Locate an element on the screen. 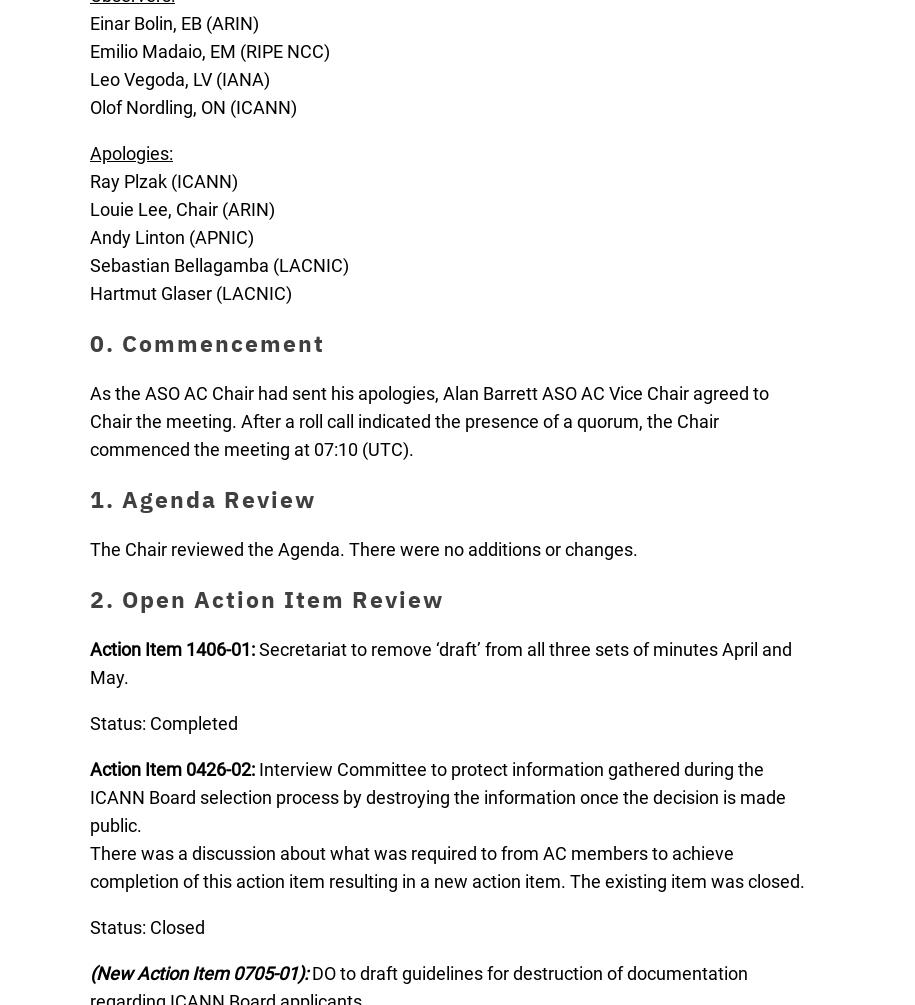  'There was a discussion about what was required to from AC members to achieve completion of this action item resulting in a new action item. The existing item was closed.' is located at coordinates (447, 866).